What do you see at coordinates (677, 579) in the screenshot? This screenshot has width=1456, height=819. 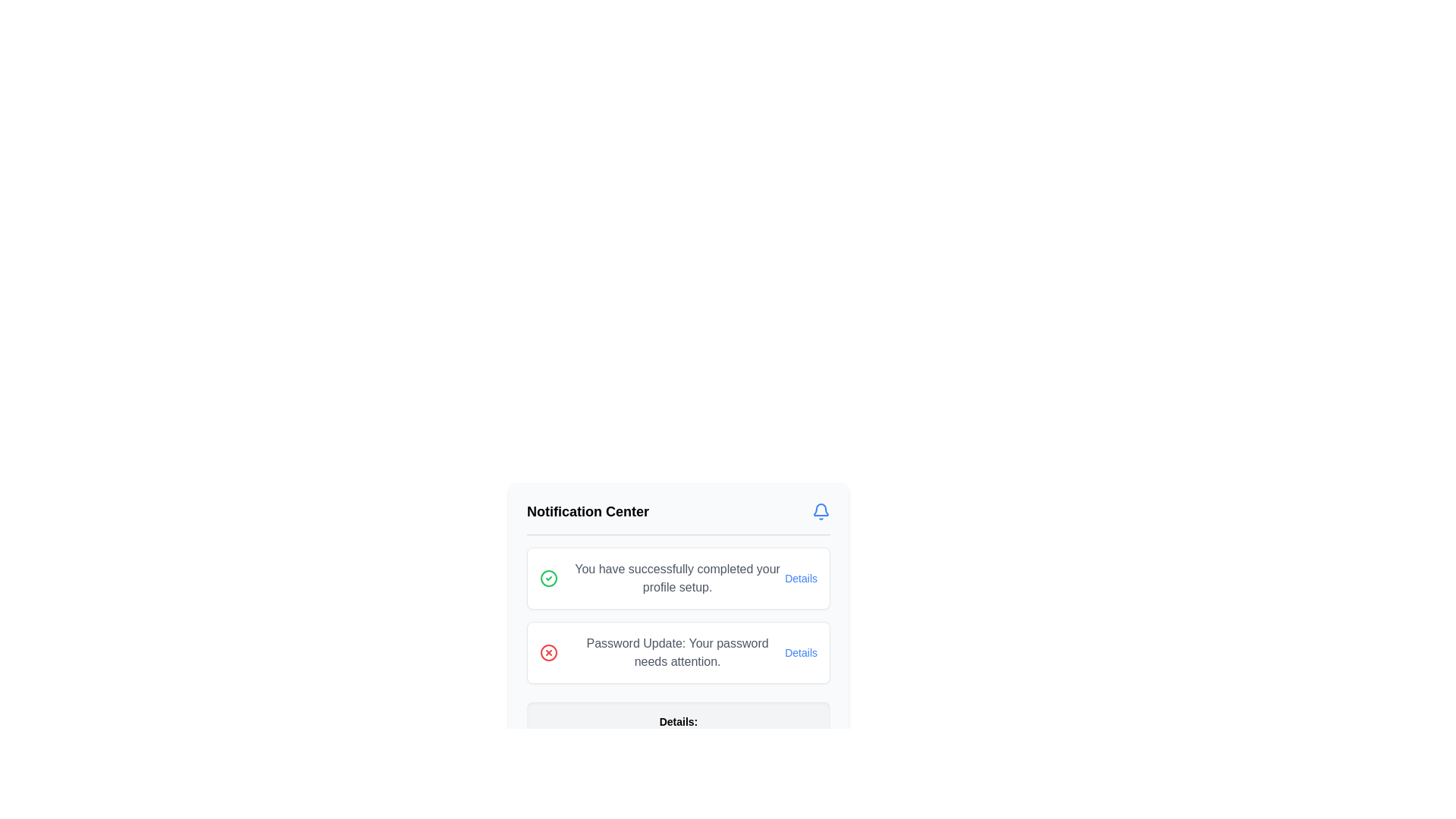 I see `the Notification card that informs the user about the successful completion of their profile setup, which is centrally positioned in the Notification Center` at bounding box center [677, 579].